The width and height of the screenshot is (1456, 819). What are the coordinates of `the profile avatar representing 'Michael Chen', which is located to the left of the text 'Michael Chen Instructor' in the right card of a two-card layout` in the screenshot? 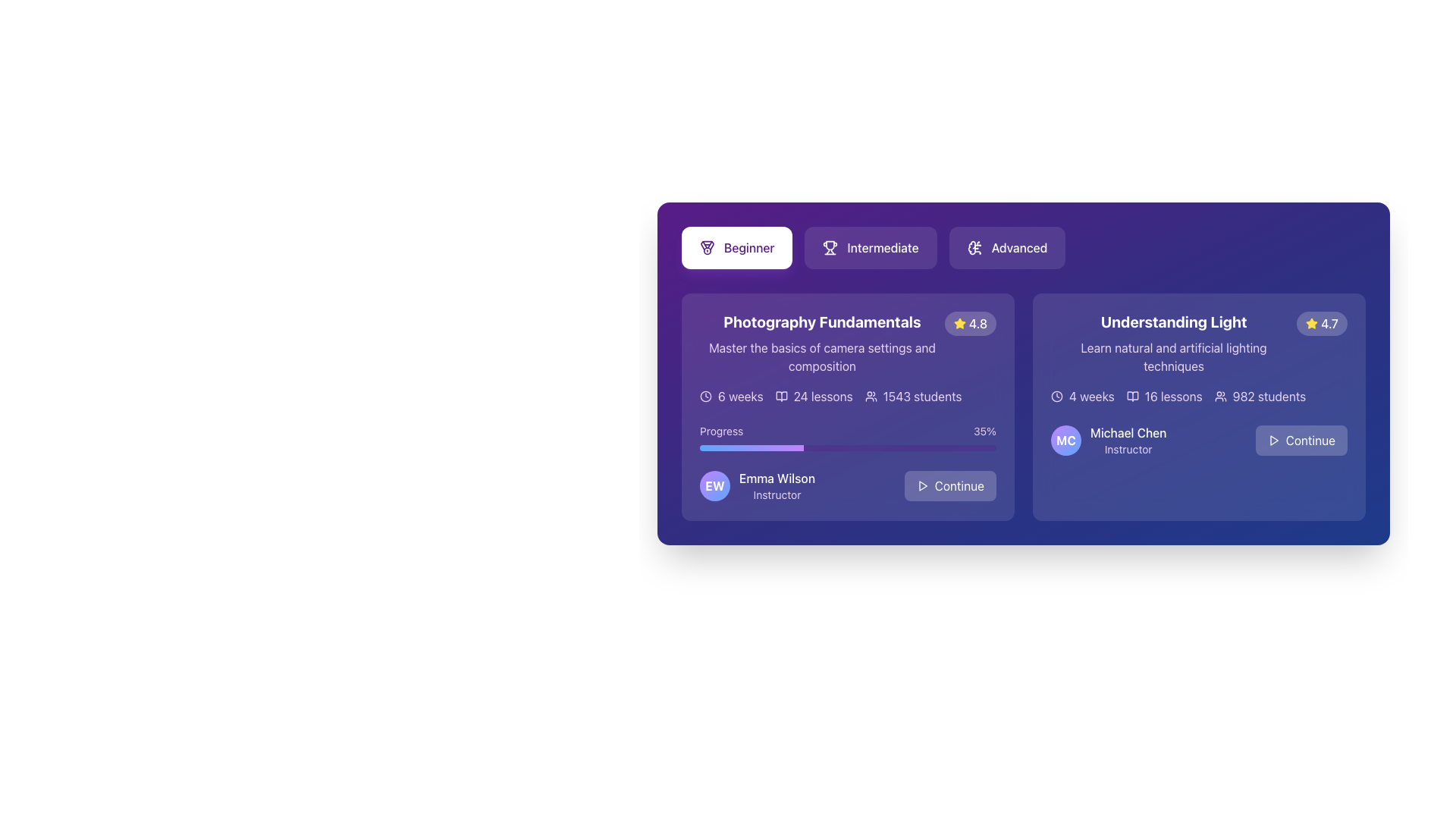 It's located at (1065, 441).